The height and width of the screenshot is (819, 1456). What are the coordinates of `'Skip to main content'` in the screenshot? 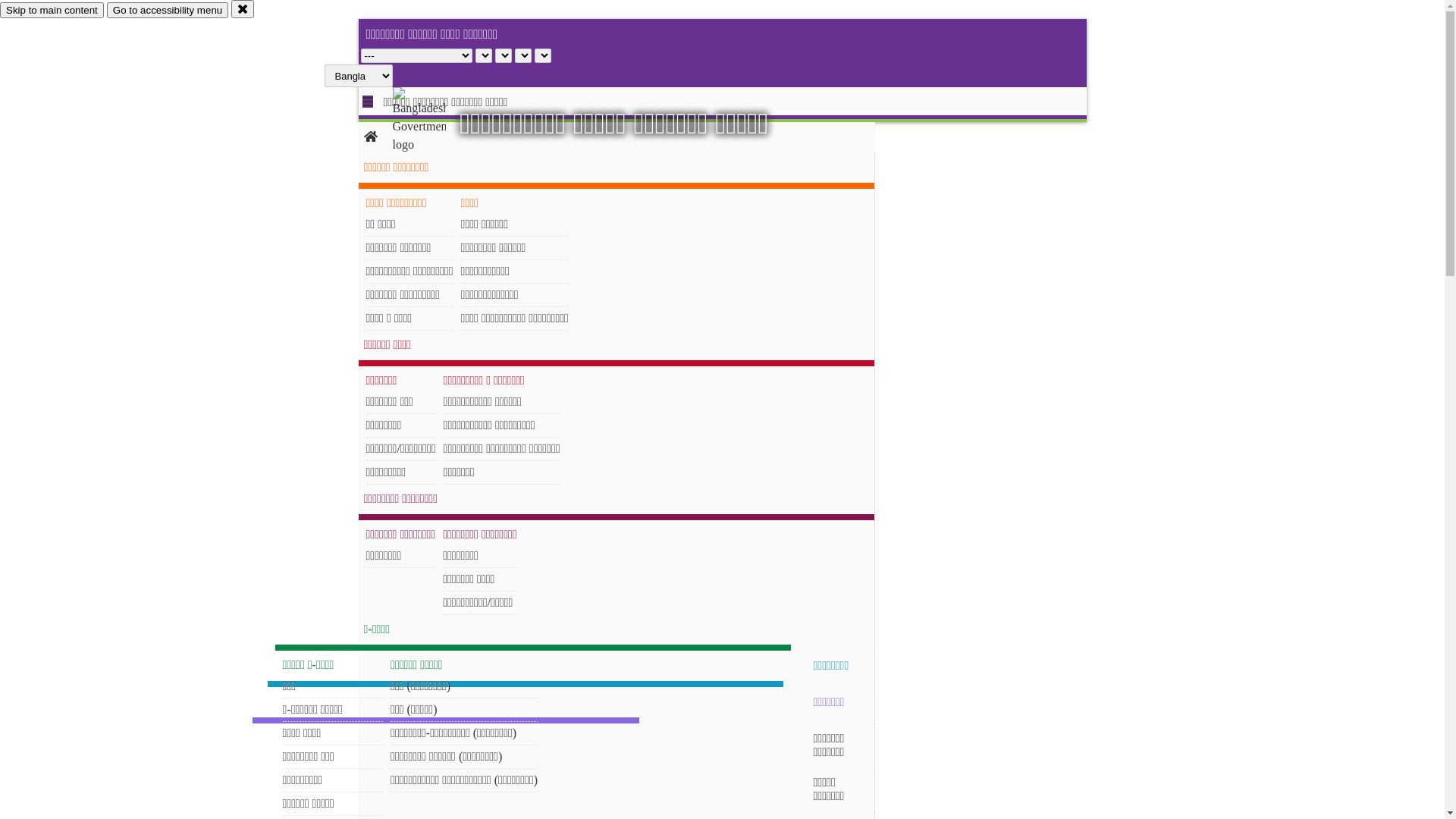 It's located at (52, 10).